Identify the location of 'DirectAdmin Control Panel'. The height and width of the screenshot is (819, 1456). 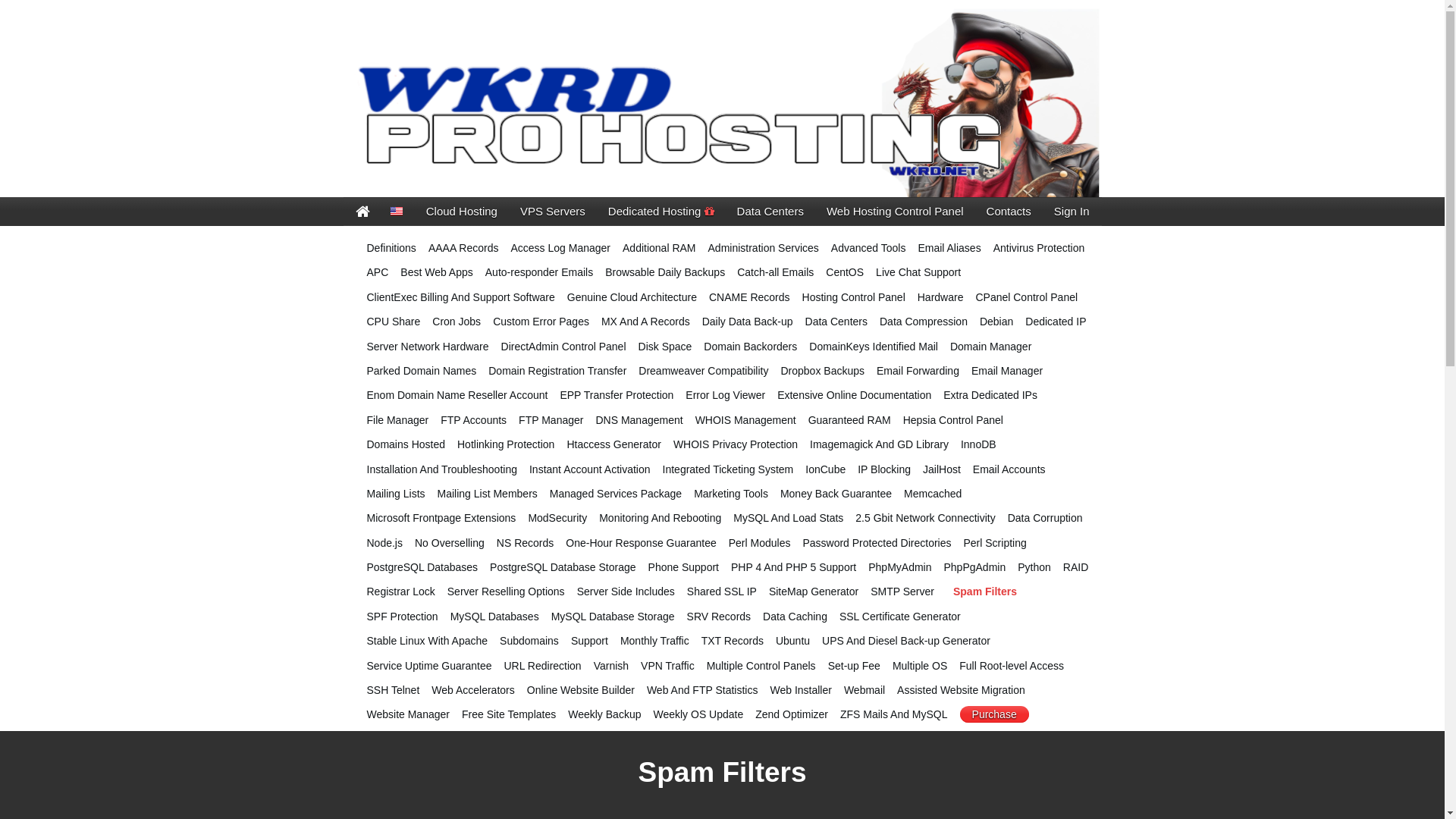
(563, 346).